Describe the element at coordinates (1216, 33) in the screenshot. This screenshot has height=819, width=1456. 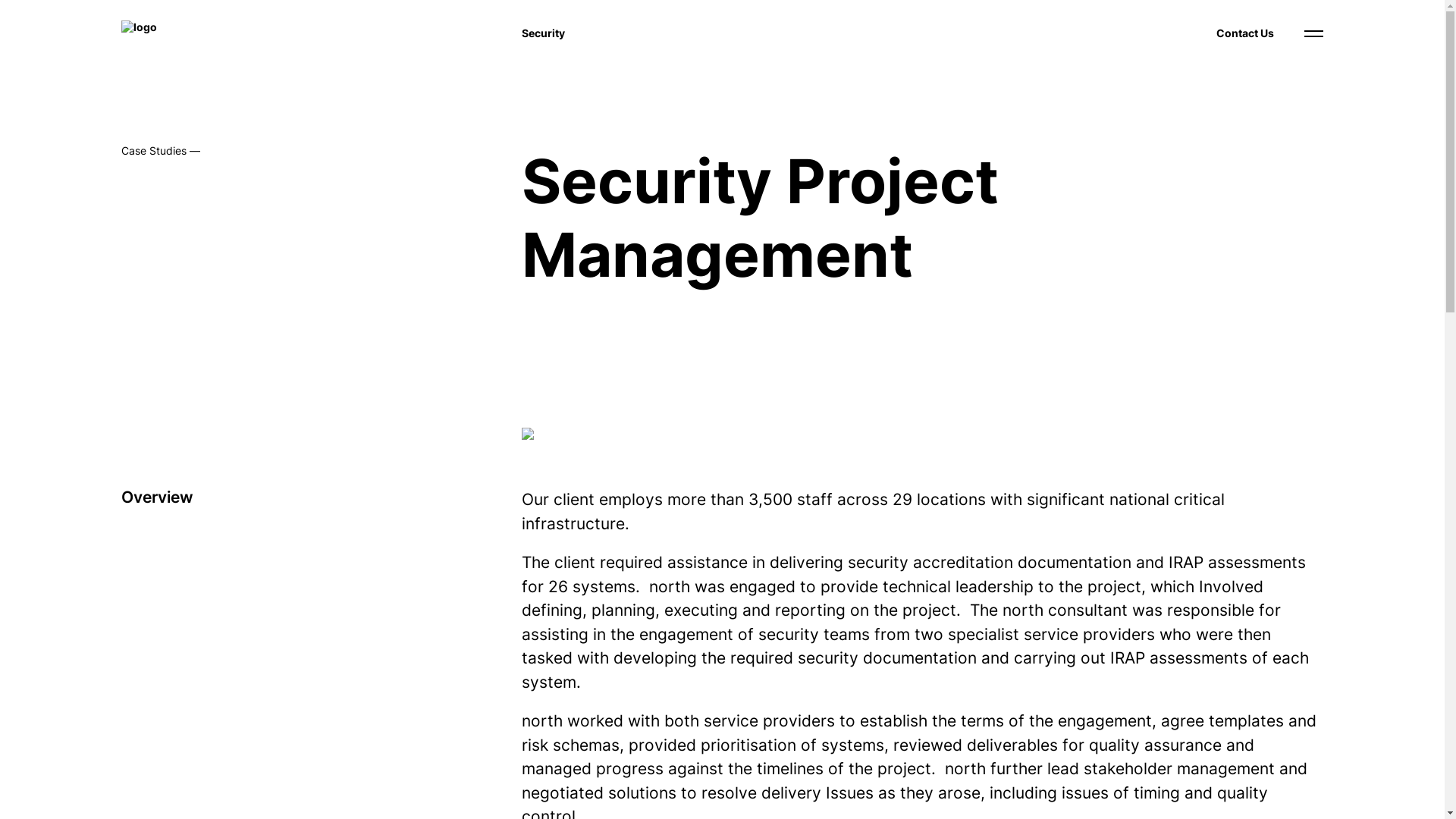
I see `'Contact Us'` at that location.